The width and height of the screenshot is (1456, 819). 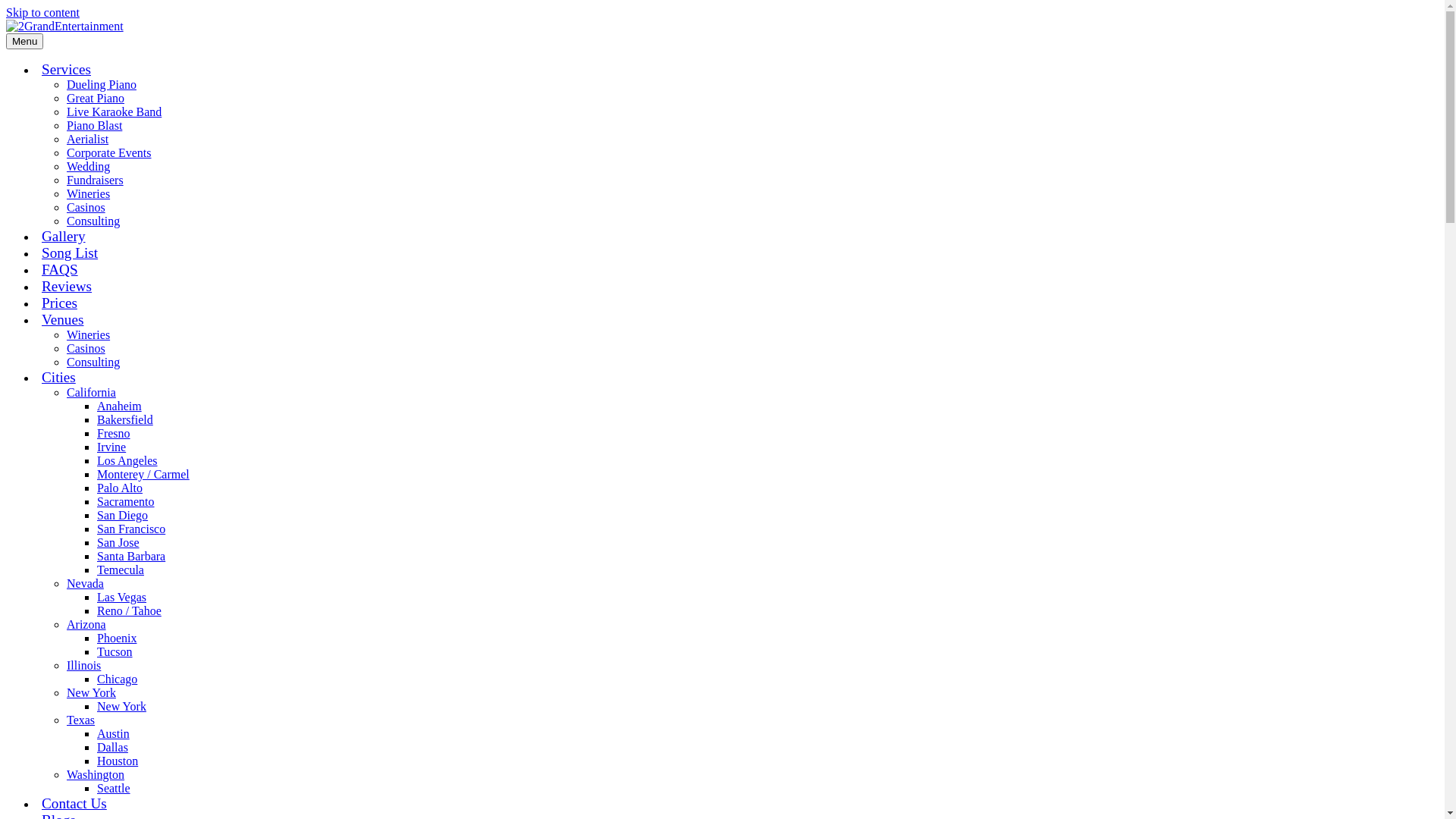 I want to click on 'Temecula', so click(x=119, y=570).